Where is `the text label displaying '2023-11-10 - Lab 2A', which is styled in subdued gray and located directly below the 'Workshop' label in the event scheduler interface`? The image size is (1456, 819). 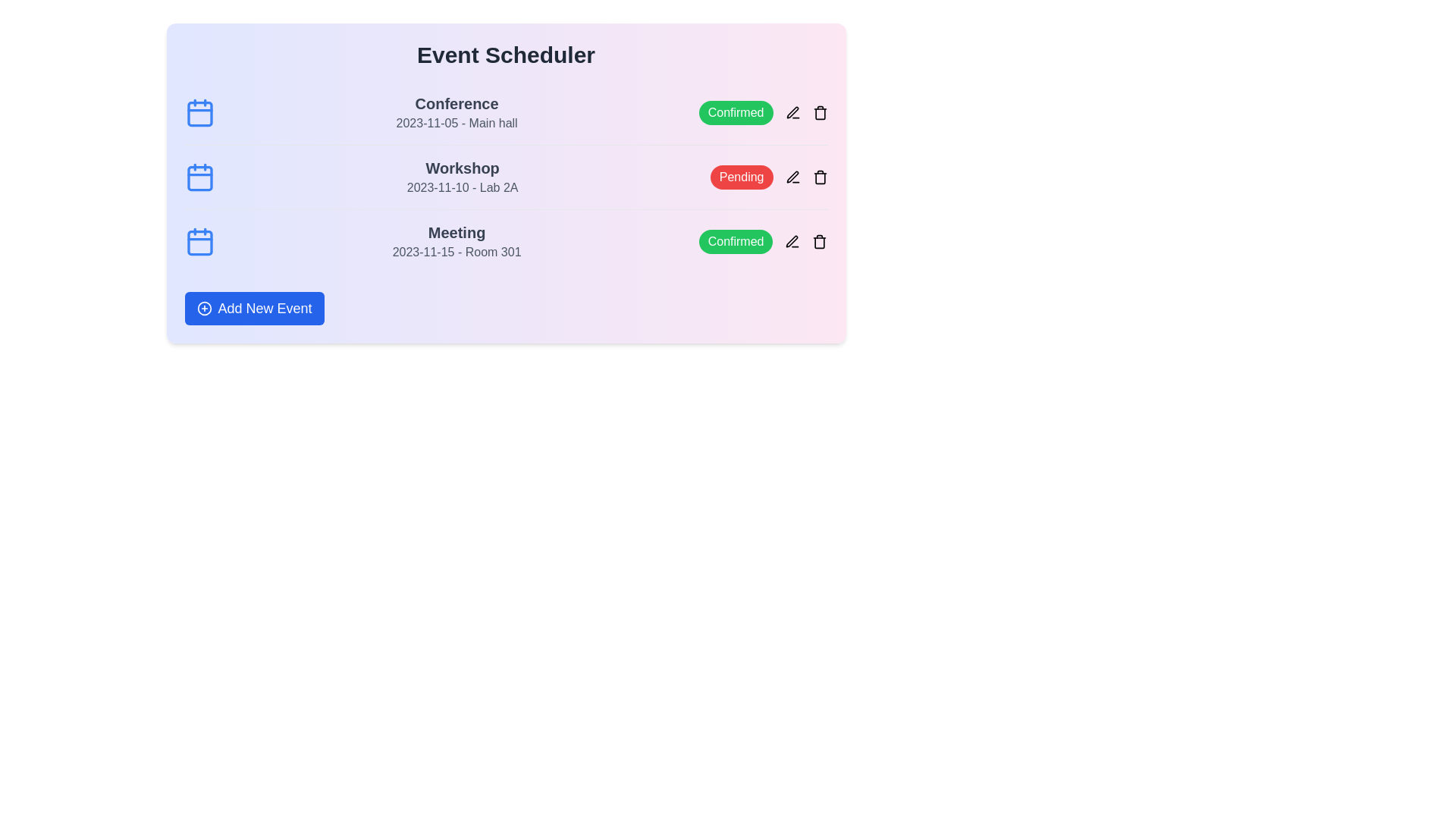 the text label displaying '2023-11-10 - Lab 2A', which is styled in subdued gray and located directly below the 'Workshop' label in the event scheduler interface is located at coordinates (462, 187).